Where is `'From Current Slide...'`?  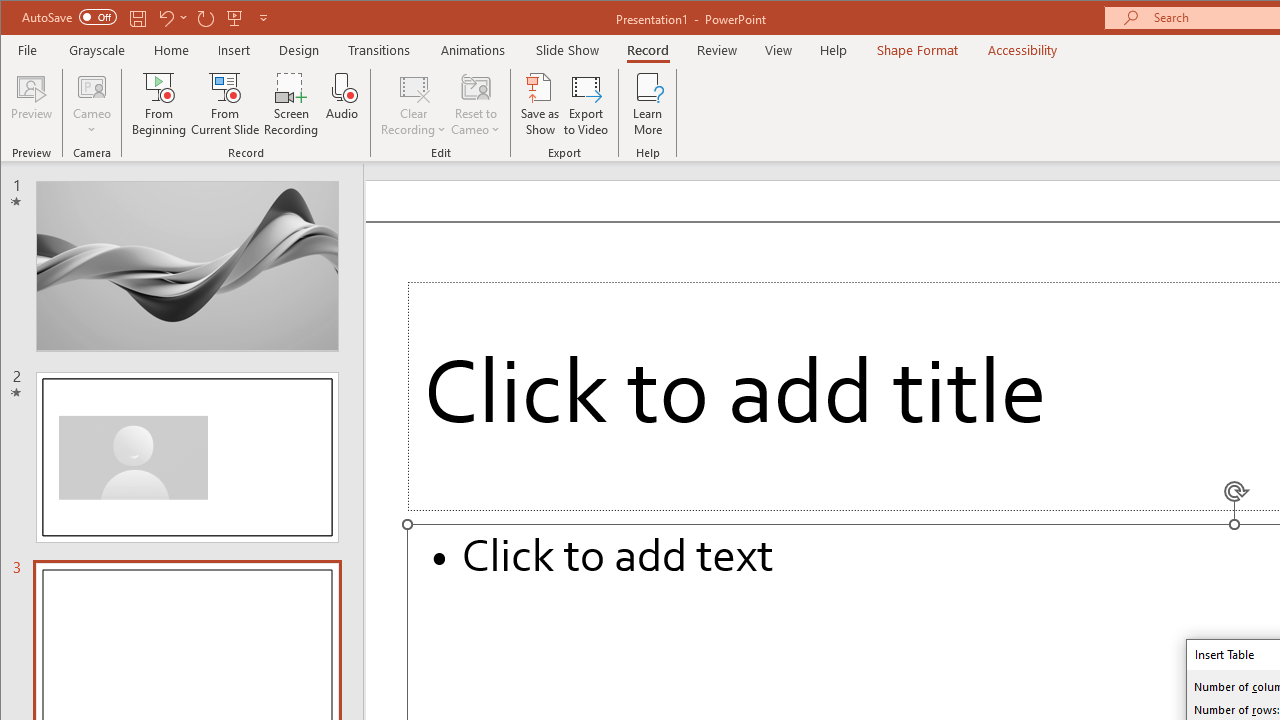
'From Current Slide...' is located at coordinates (225, 104).